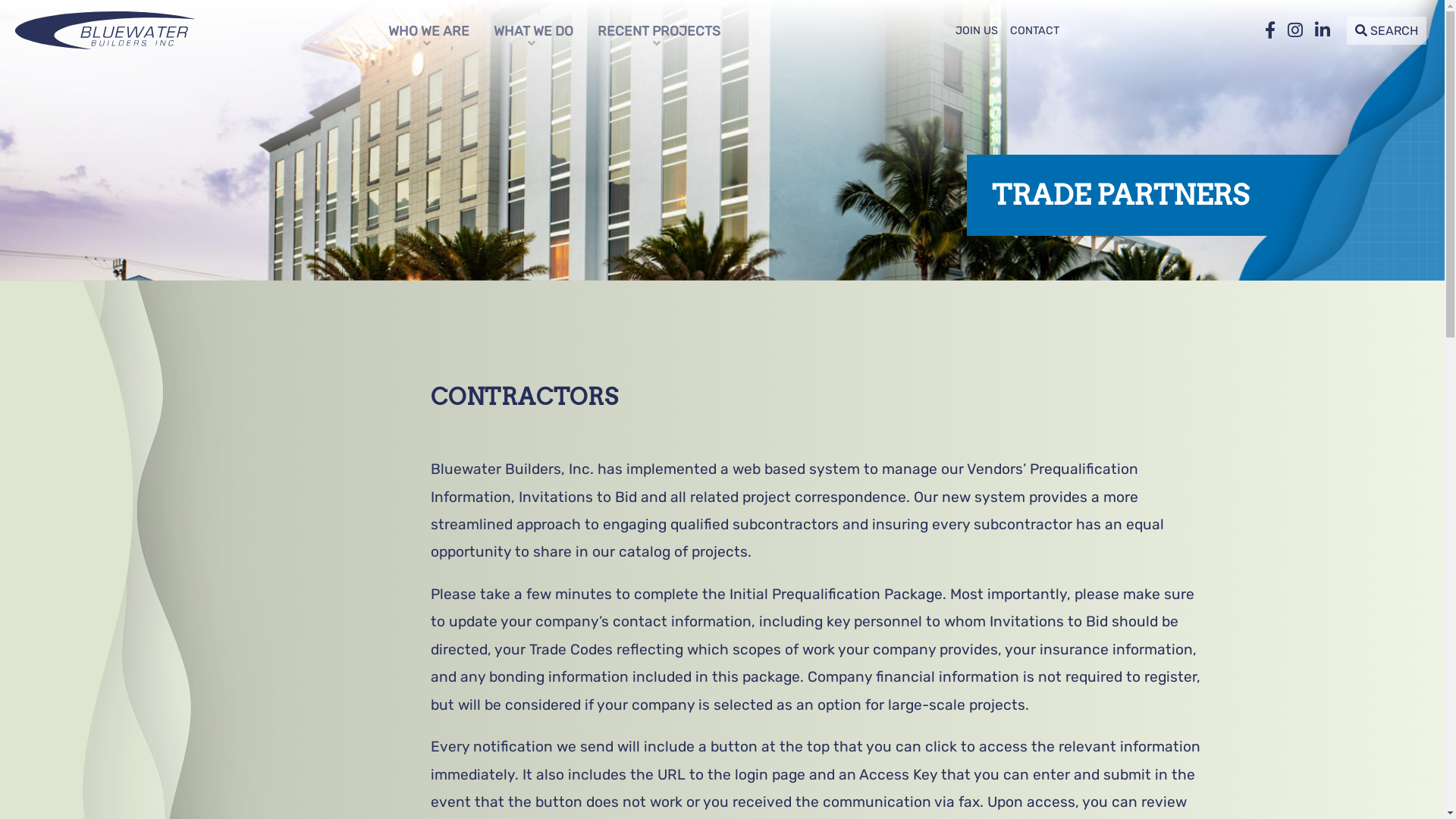  What do you see at coordinates (585, 30) in the screenshot?
I see `'RECENT PROJECTS'` at bounding box center [585, 30].